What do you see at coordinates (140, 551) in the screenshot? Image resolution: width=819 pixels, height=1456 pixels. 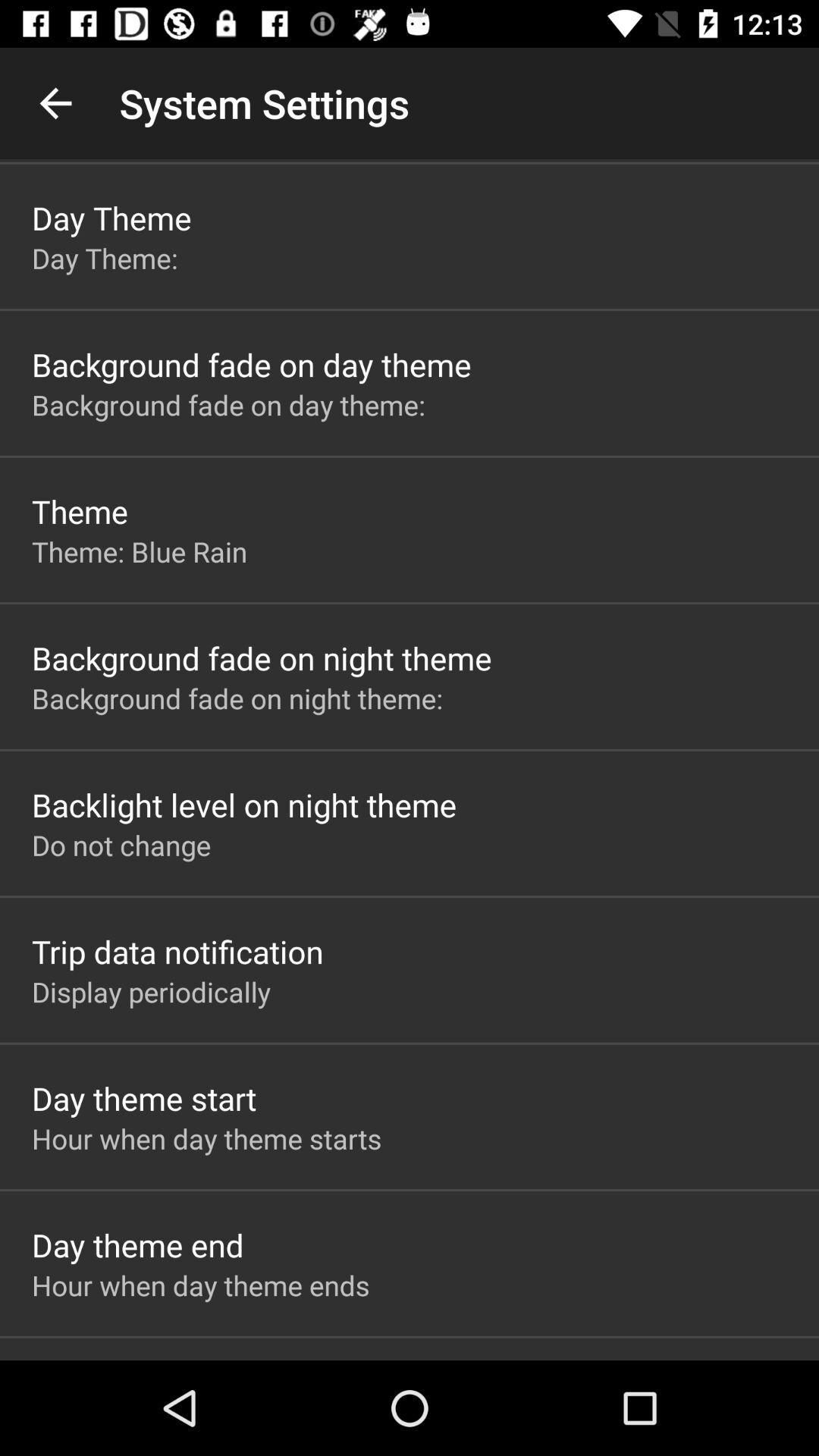 I see `the app above background fade on item` at bounding box center [140, 551].